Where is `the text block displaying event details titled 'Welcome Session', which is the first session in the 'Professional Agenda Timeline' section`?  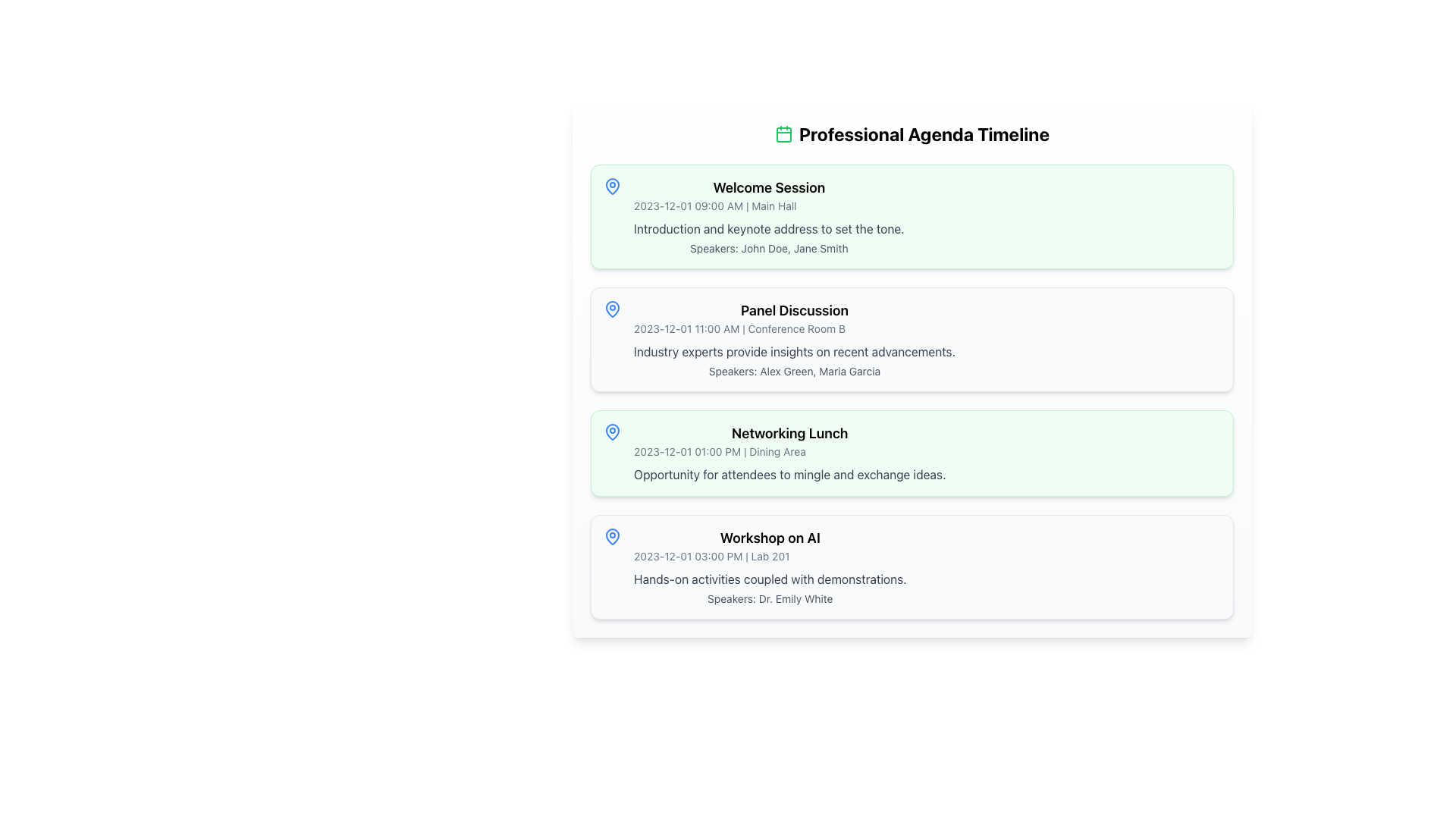
the text block displaying event details titled 'Welcome Session', which is the first session in the 'Professional Agenda Timeline' section is located at coordinates (769, 216).